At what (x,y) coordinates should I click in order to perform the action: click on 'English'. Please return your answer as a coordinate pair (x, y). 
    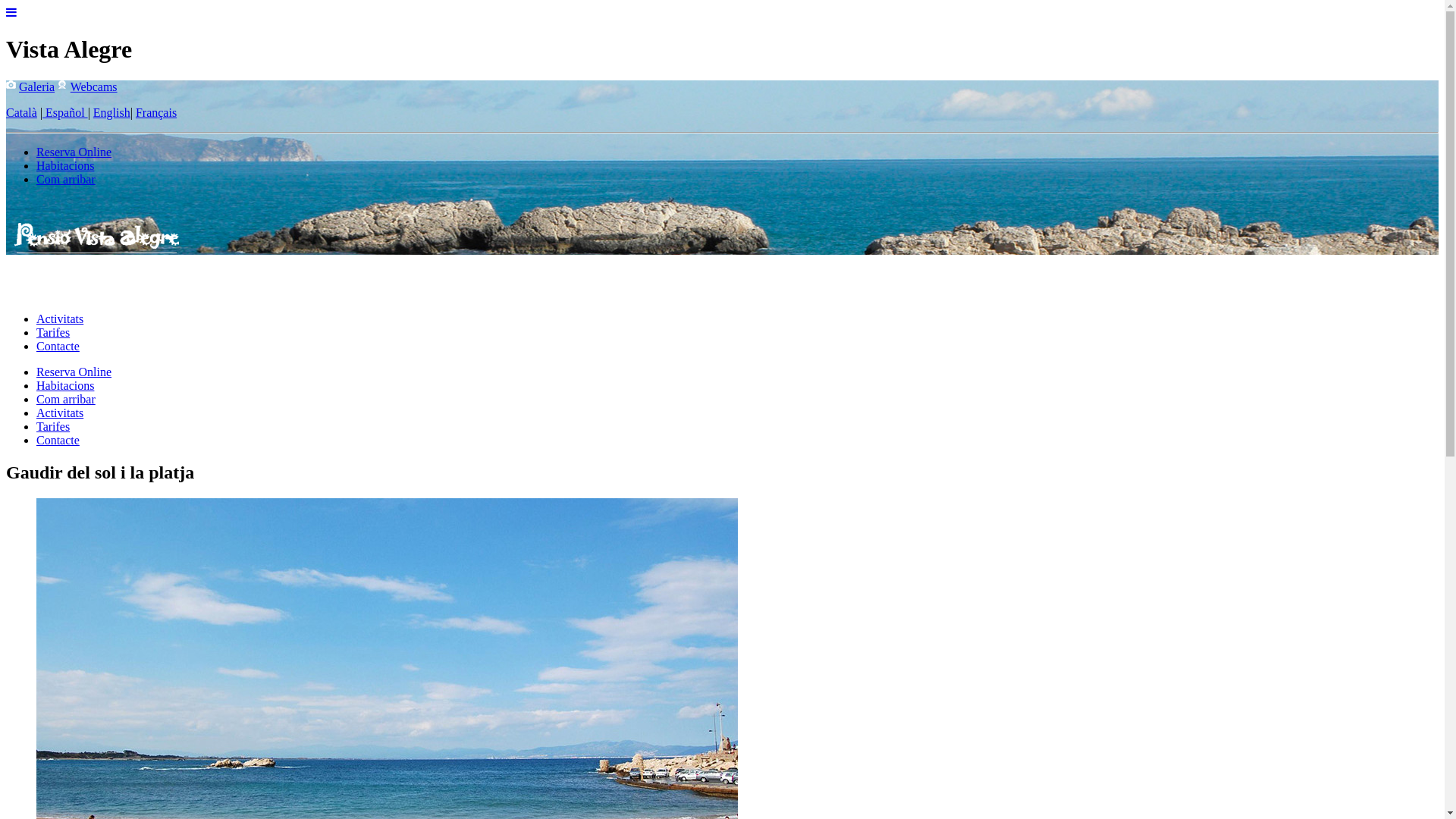
    Looking at the image, I should click on (111, 111).